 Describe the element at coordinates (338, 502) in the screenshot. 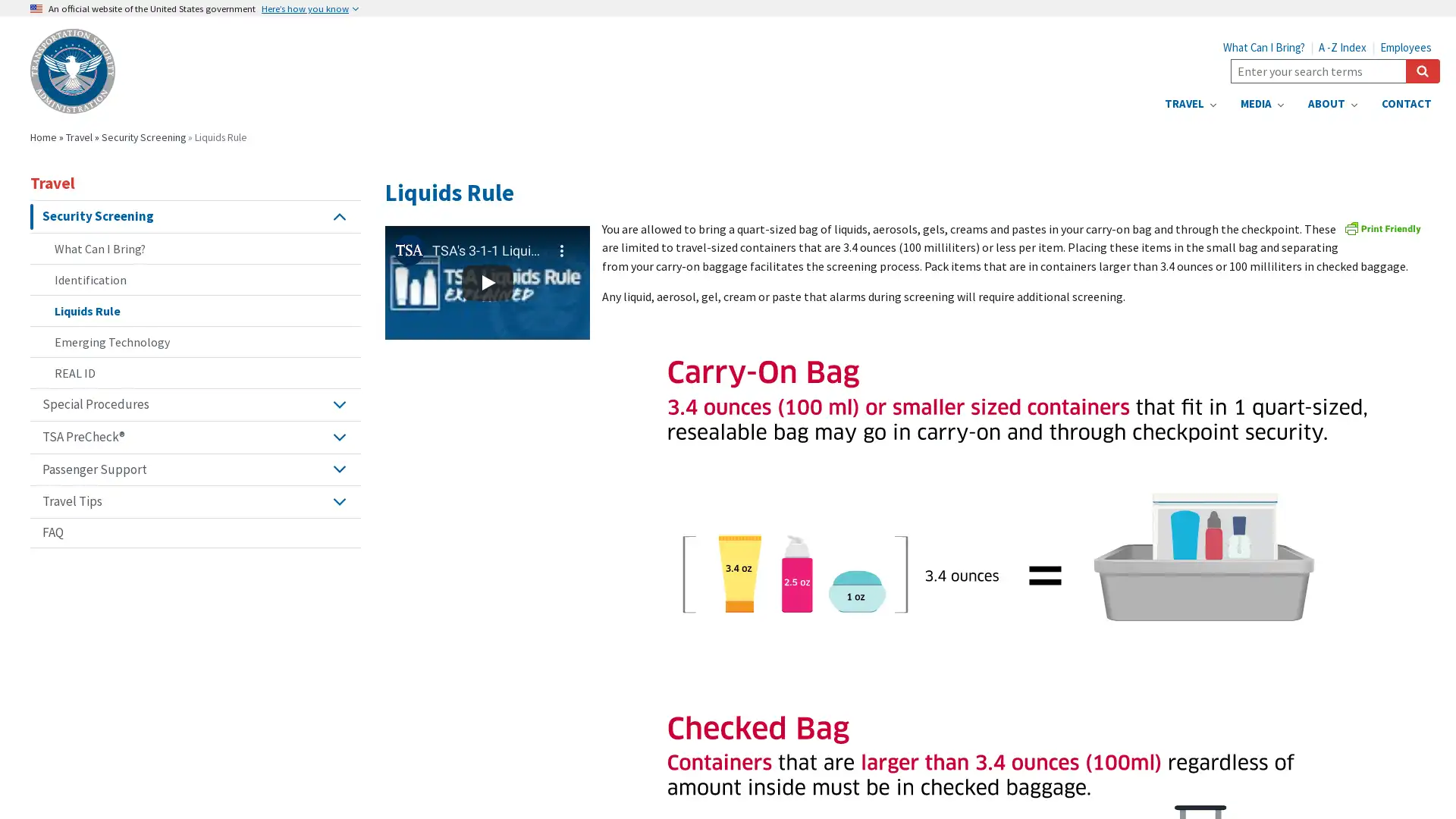

I see `Toggle submenu for 'Travel Tips'` at that location.